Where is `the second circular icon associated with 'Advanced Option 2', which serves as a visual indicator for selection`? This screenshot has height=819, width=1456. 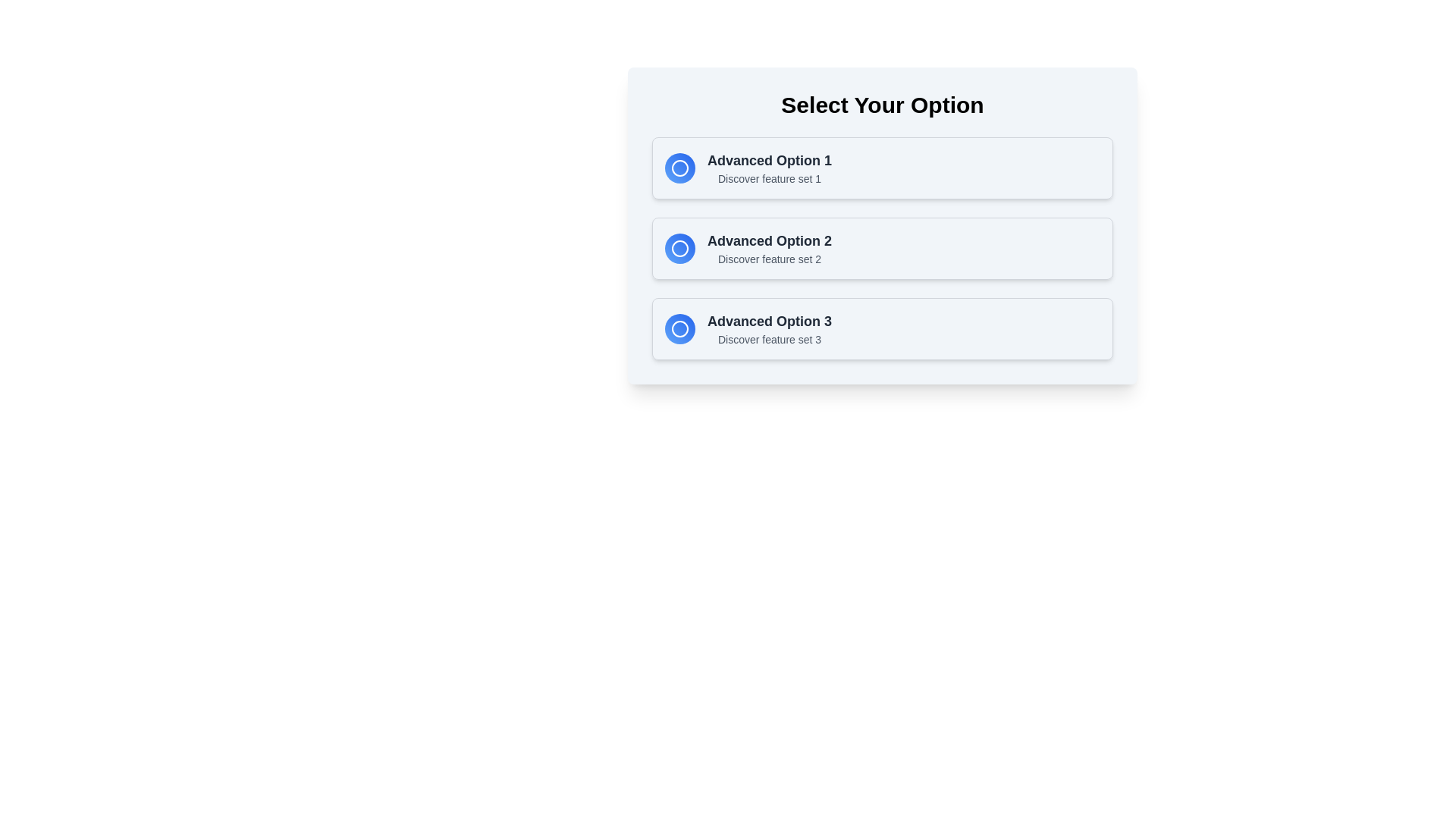
the second circular icon associated with 'Advanced Option 2', which serves as a visual indicator for selection is located at coordinates (679, 247).